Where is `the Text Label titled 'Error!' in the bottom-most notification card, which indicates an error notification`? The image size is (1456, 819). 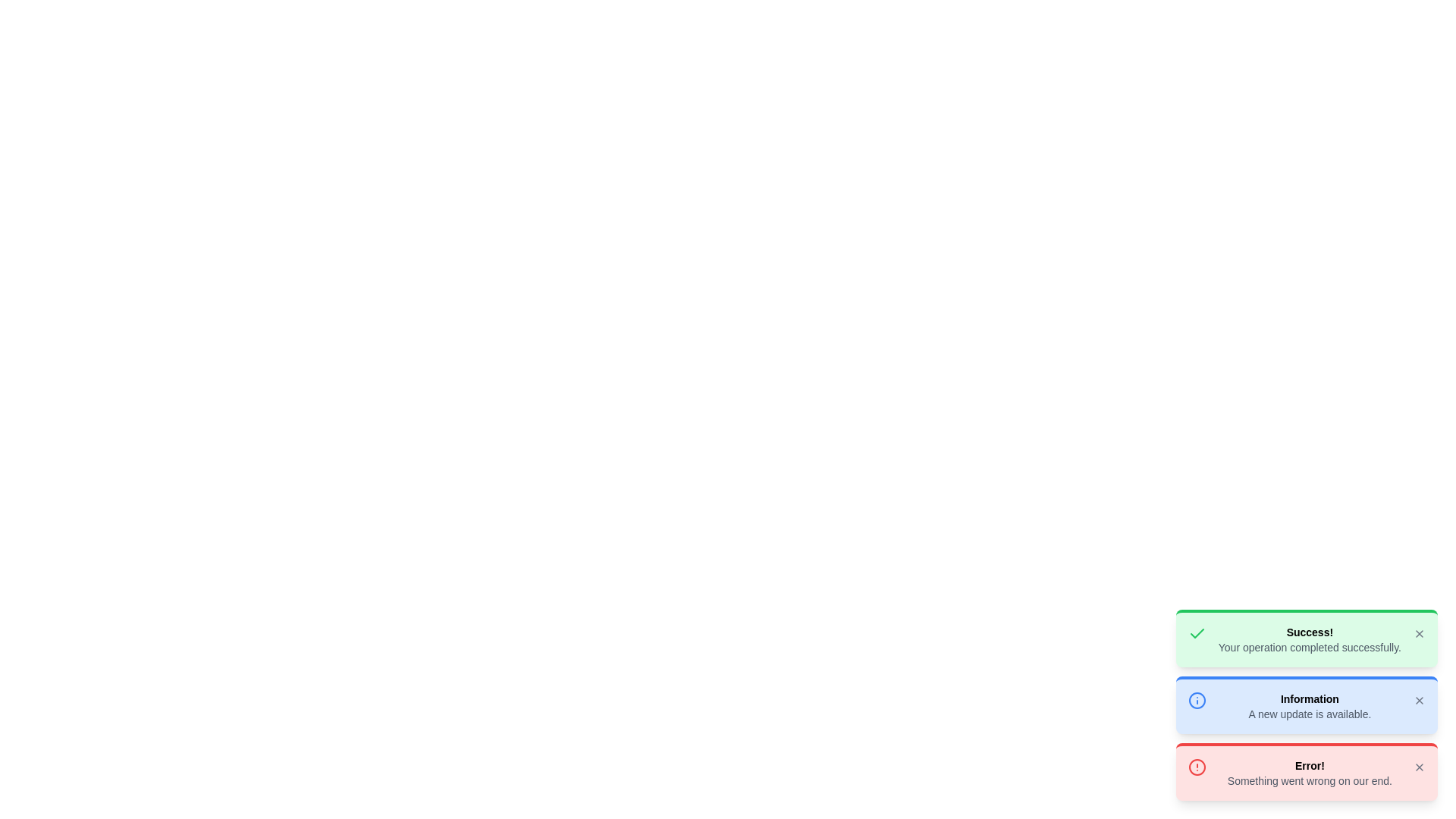
the Text Label titled 'Error!' in the bottom-most notification card, which indicates an error notification is located at coordinates (1309, 766).